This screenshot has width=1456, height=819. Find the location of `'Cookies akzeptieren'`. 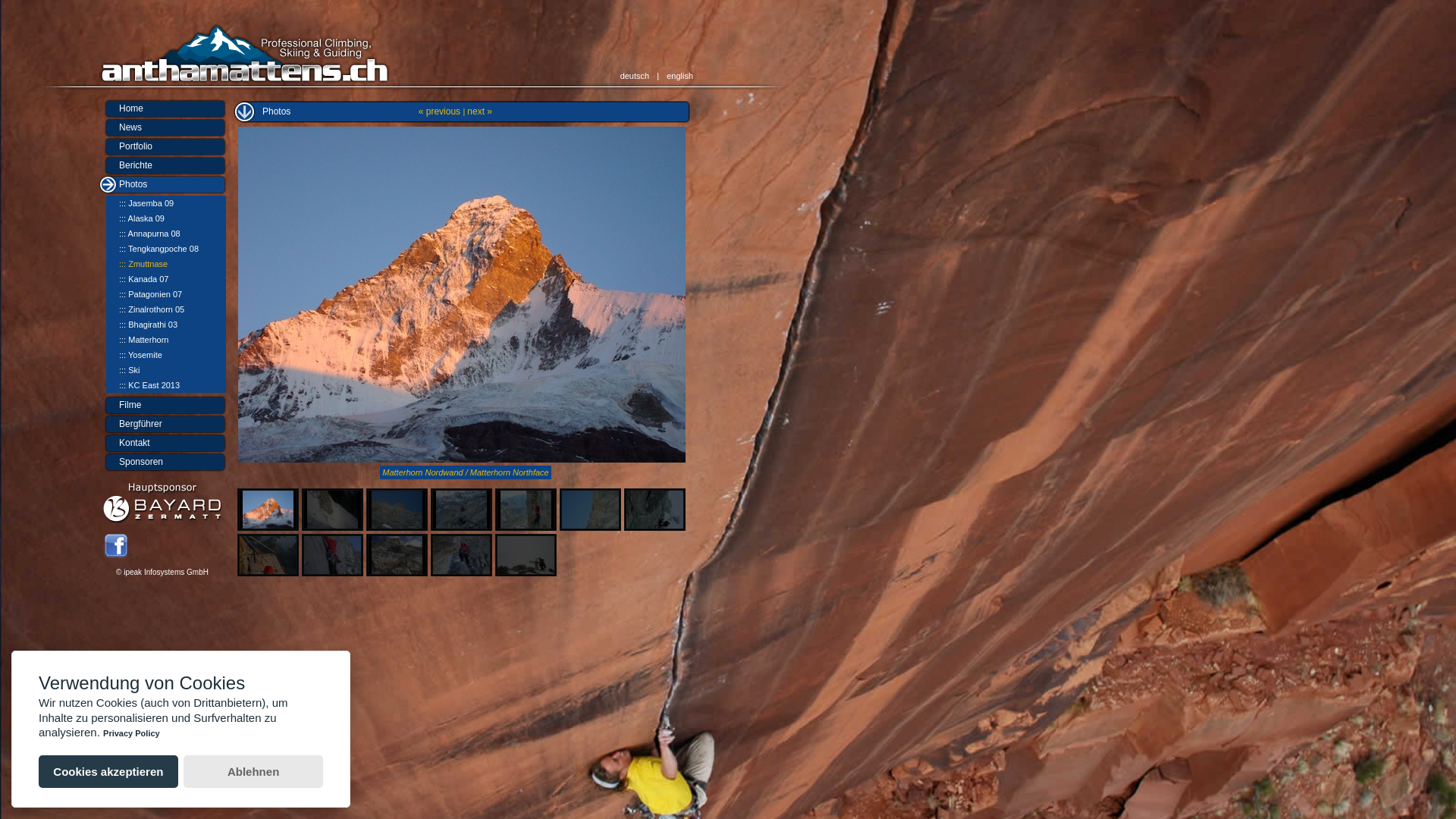

'Cookies akzeptieren' is located at coordinates (108, 771).